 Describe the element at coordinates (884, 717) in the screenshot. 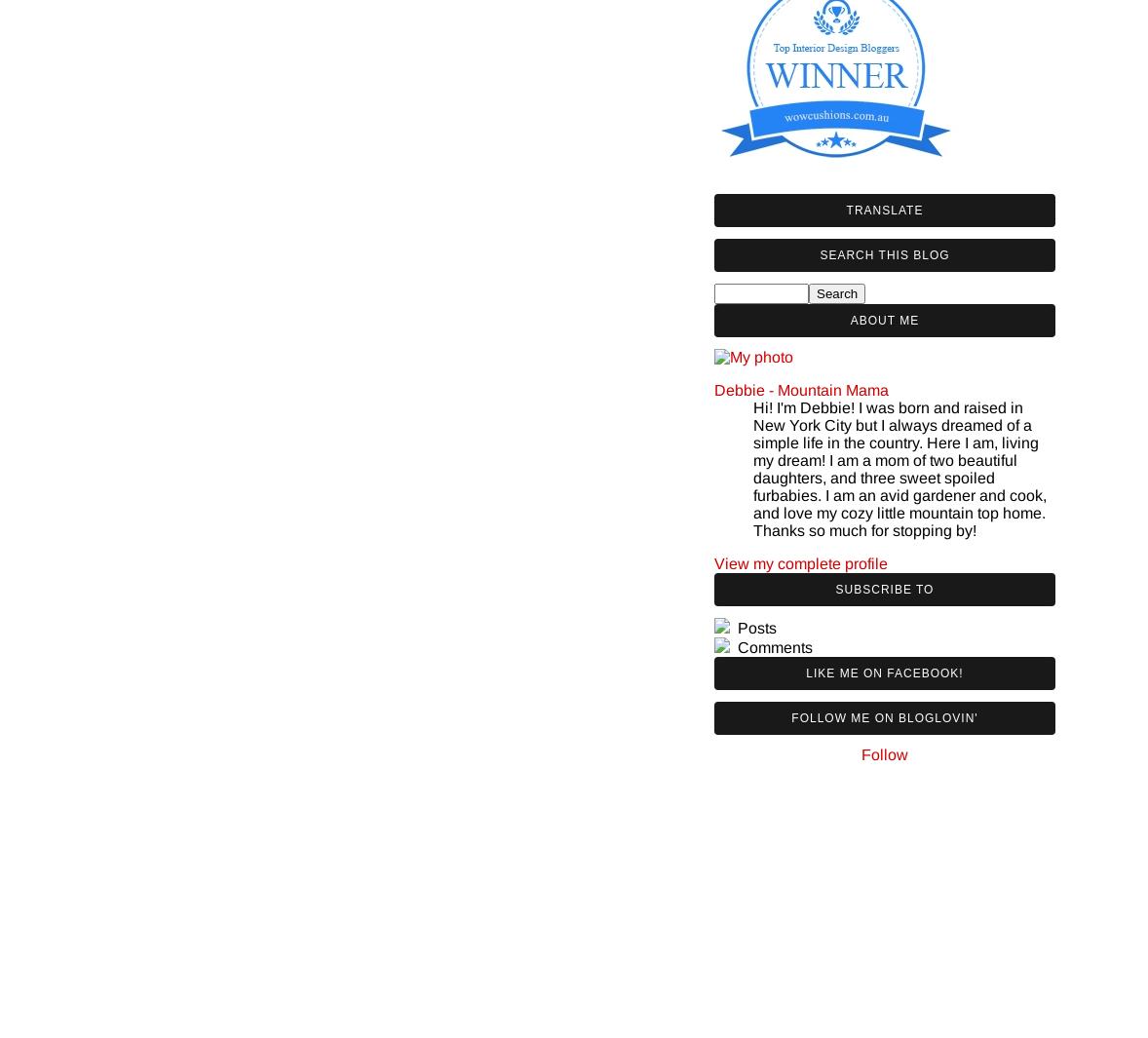

I see `'Follow Me on BLOGLOVIN''` at that location.